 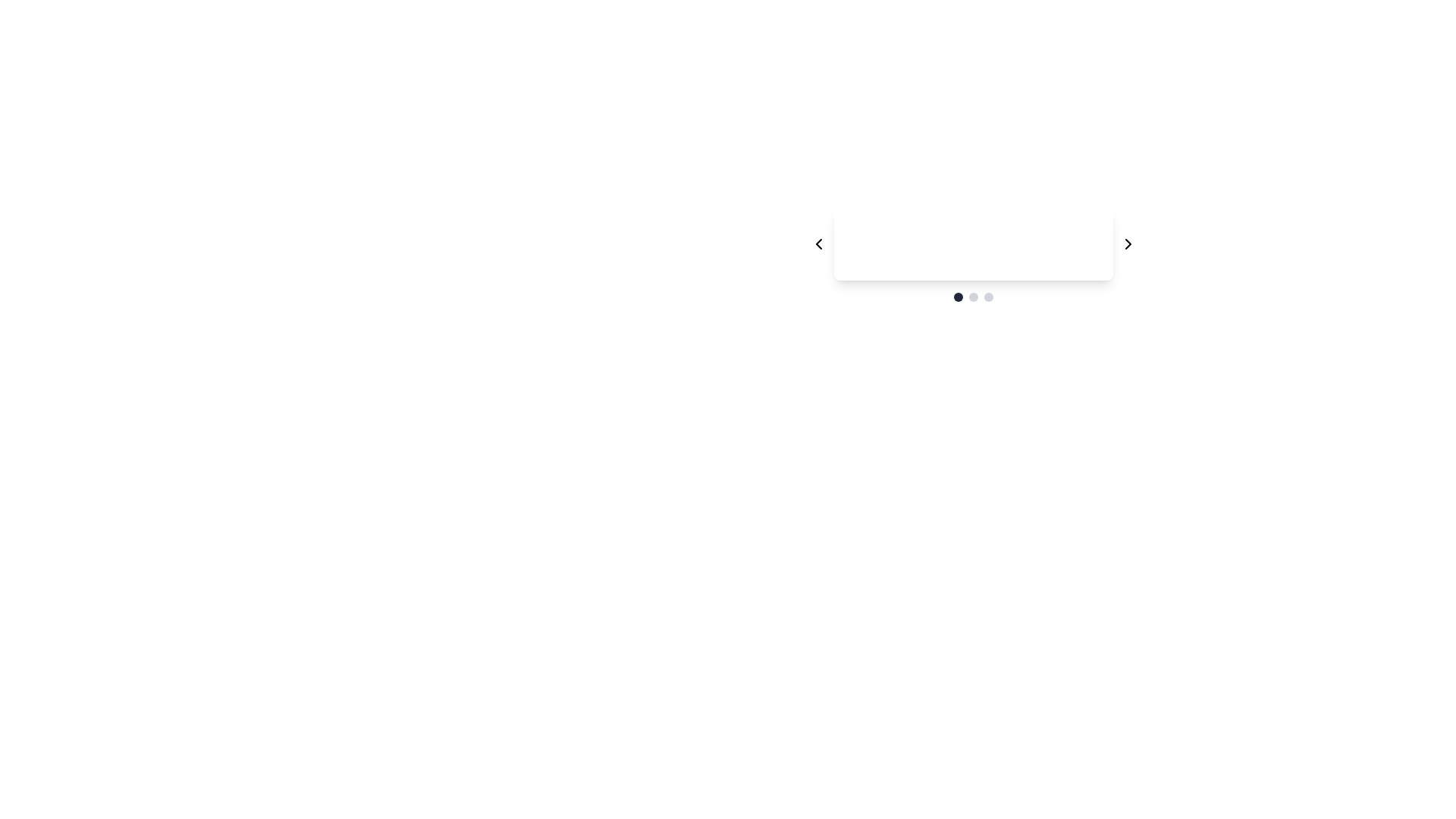 What do you see at coordinates (1128, 243) in the screenshot?
I see `the right-facing chevron icon within the SVG element` at bounding box center [1128, 243].